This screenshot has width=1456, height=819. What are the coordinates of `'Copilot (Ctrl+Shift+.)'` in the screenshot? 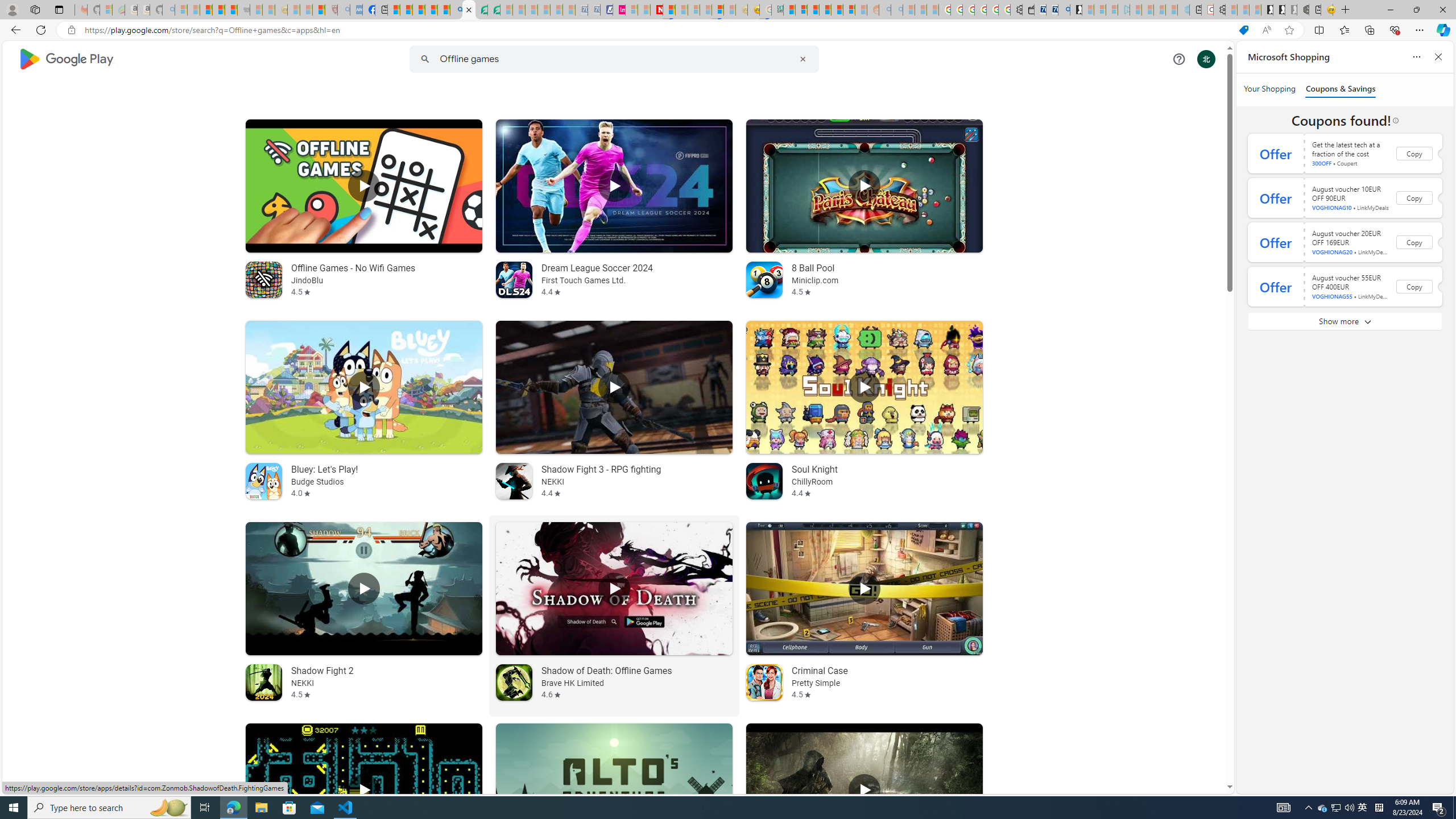 It's located at (1442, 29).